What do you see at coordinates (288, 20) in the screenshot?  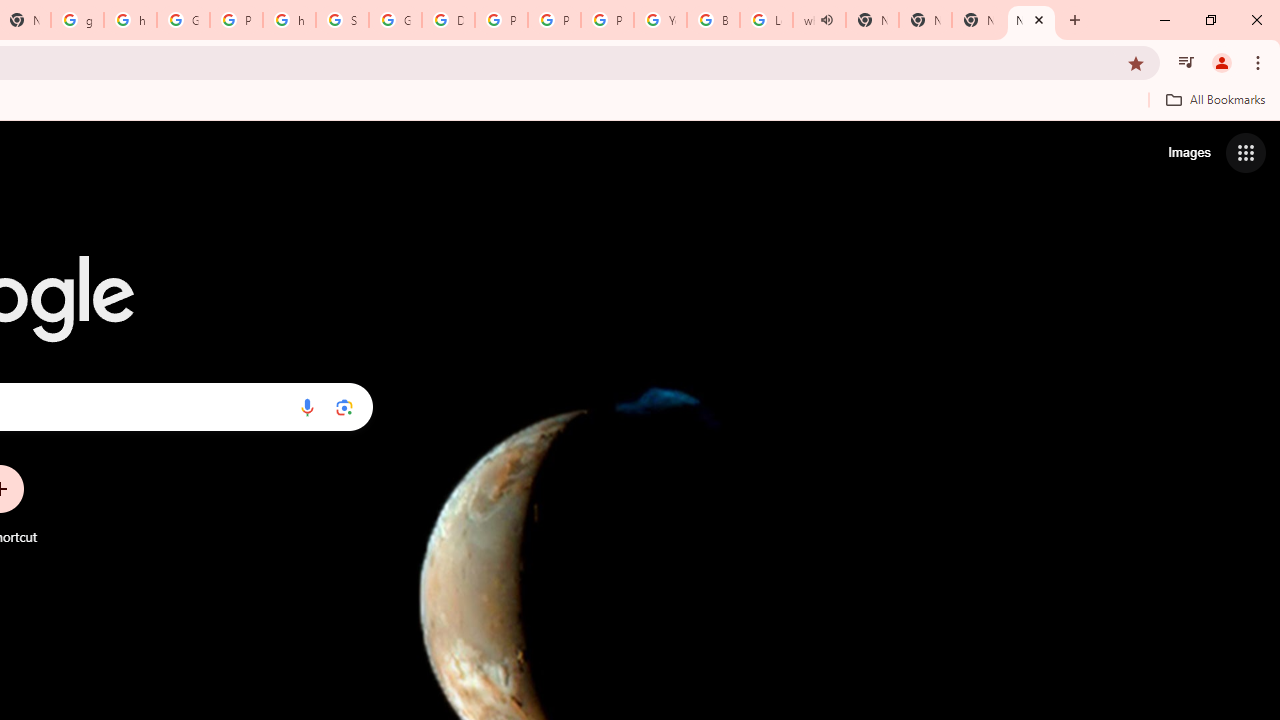 I see `'https://scholar.google.com/'` at bounding box center [288, 20].